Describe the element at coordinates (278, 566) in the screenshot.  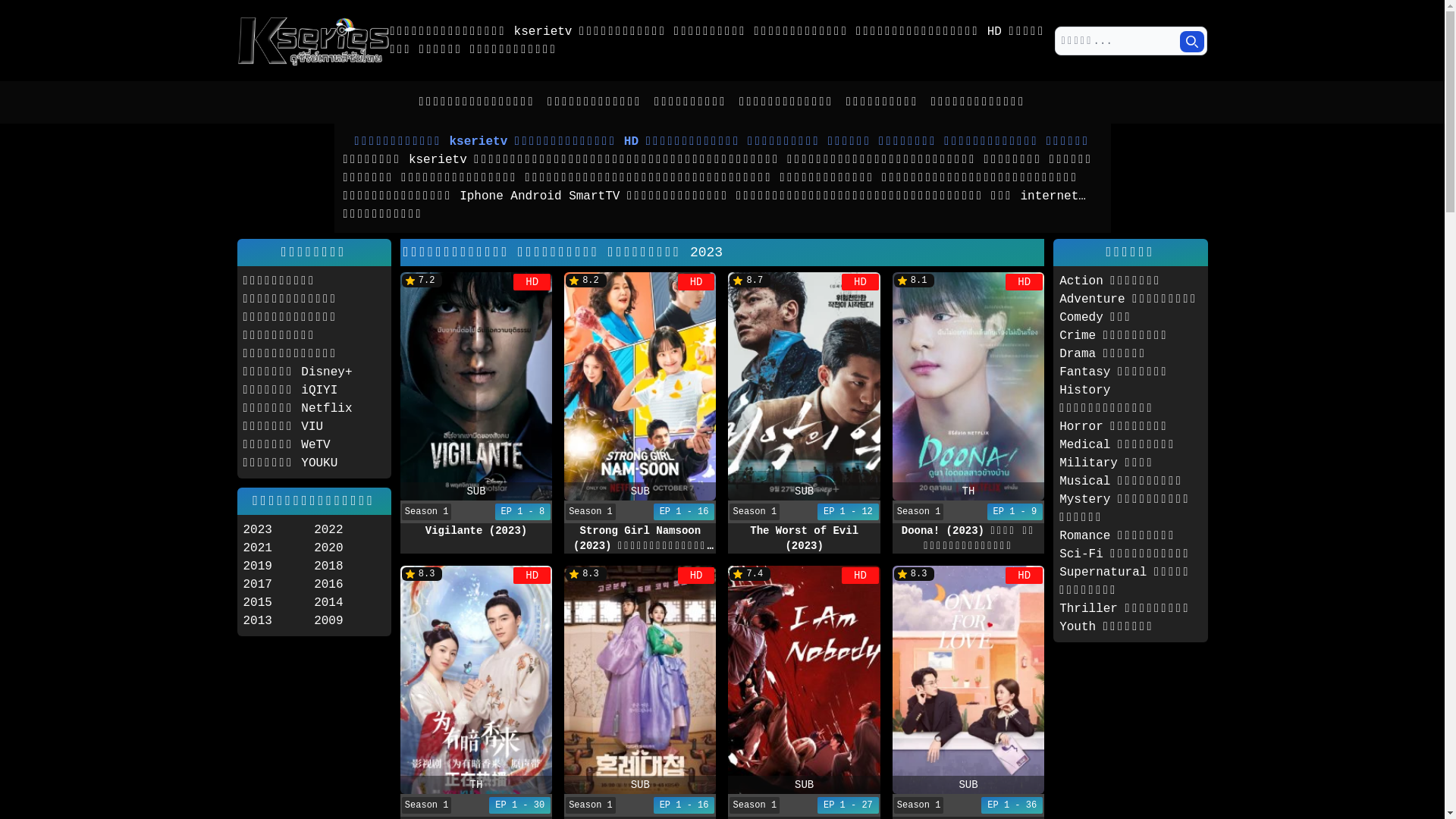
I see `'2019'` at that location.